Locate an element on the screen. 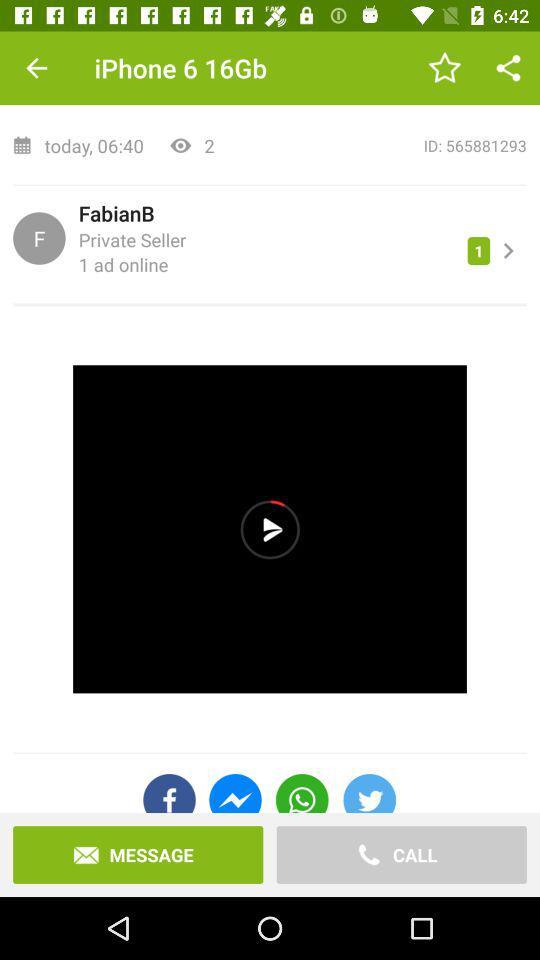 The image size is (540, 960). the item to the right of the iphone 6 16gb is located at coordinates (445, 68).